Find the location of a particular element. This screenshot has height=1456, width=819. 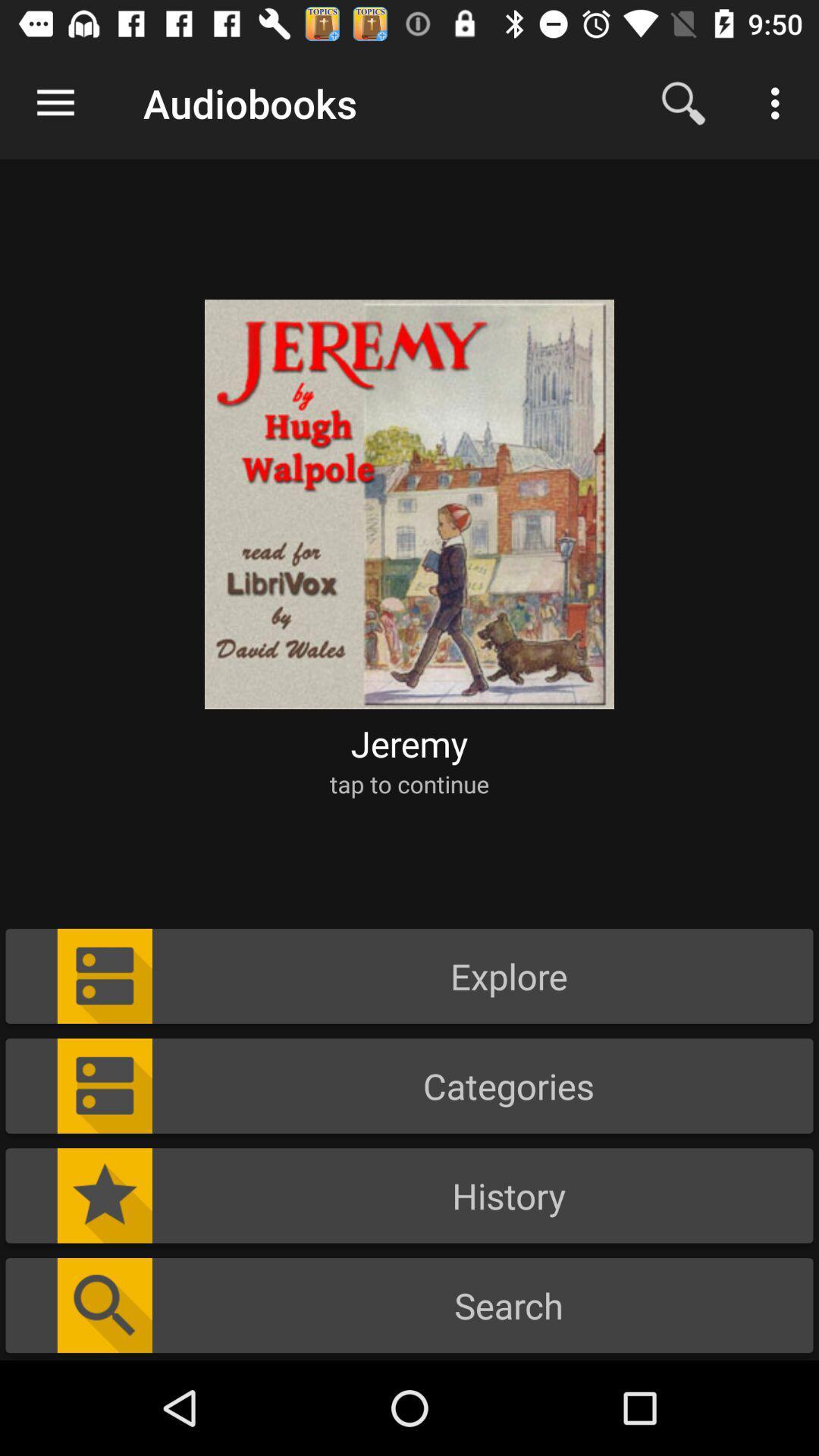

icon below audiobooks item is located at coordinates (409, 494).